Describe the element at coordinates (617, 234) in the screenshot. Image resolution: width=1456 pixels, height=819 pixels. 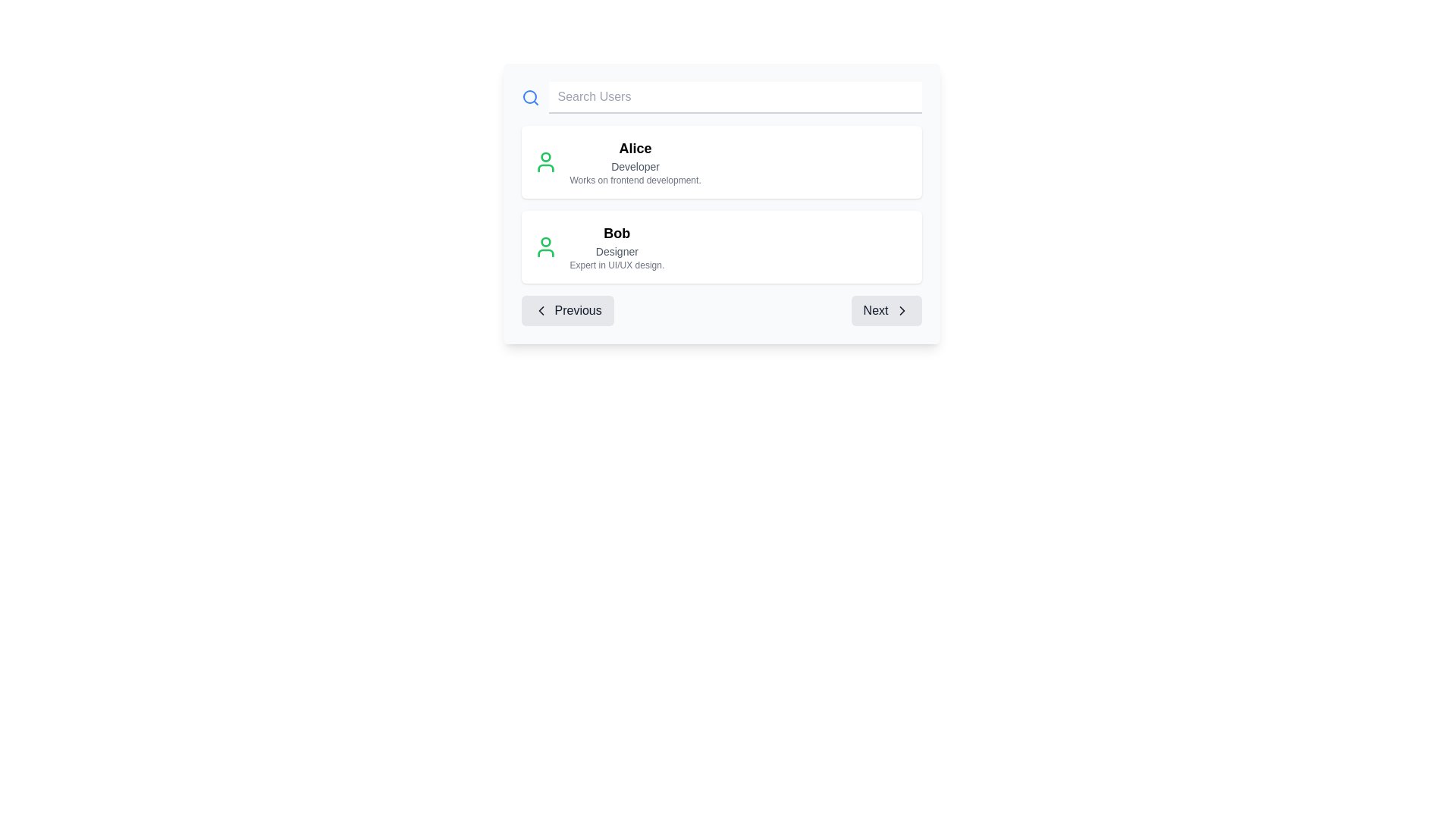
I see `the text label displaying 'Bob', which is styled in bold and positioned at the top of the second user information block` at that location.